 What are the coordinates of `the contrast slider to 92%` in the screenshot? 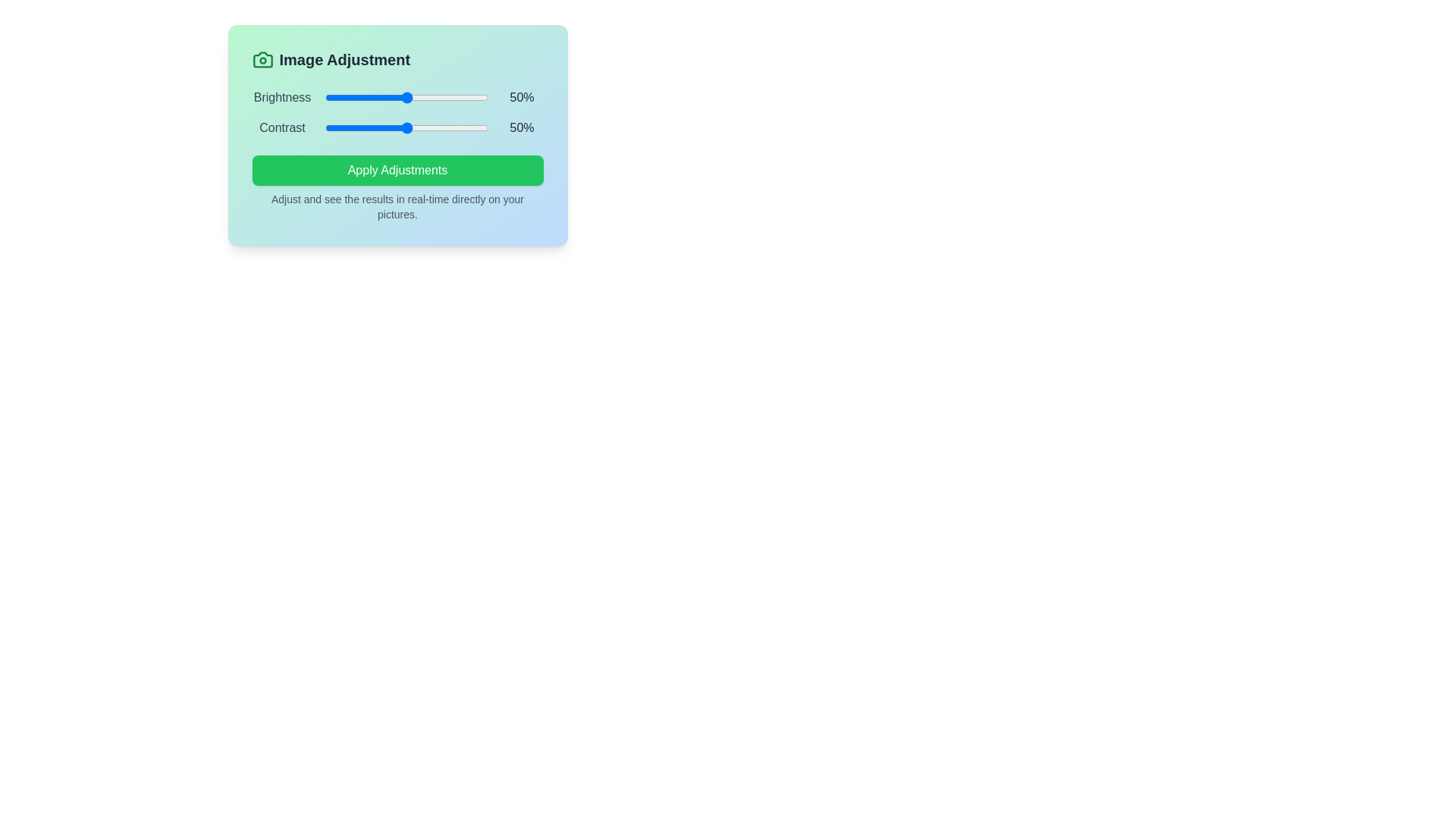 It's located at (475, 127).